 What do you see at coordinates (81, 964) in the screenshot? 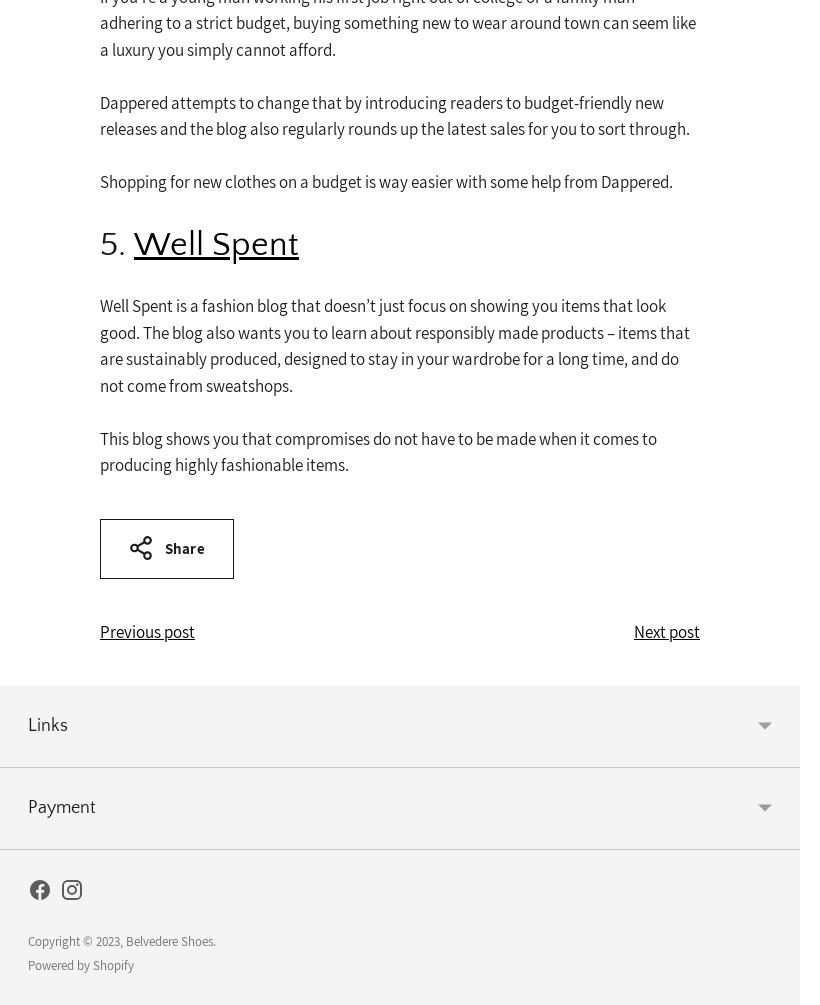
I see `'Powered by Shopify'` at bounding box center [81, 964].